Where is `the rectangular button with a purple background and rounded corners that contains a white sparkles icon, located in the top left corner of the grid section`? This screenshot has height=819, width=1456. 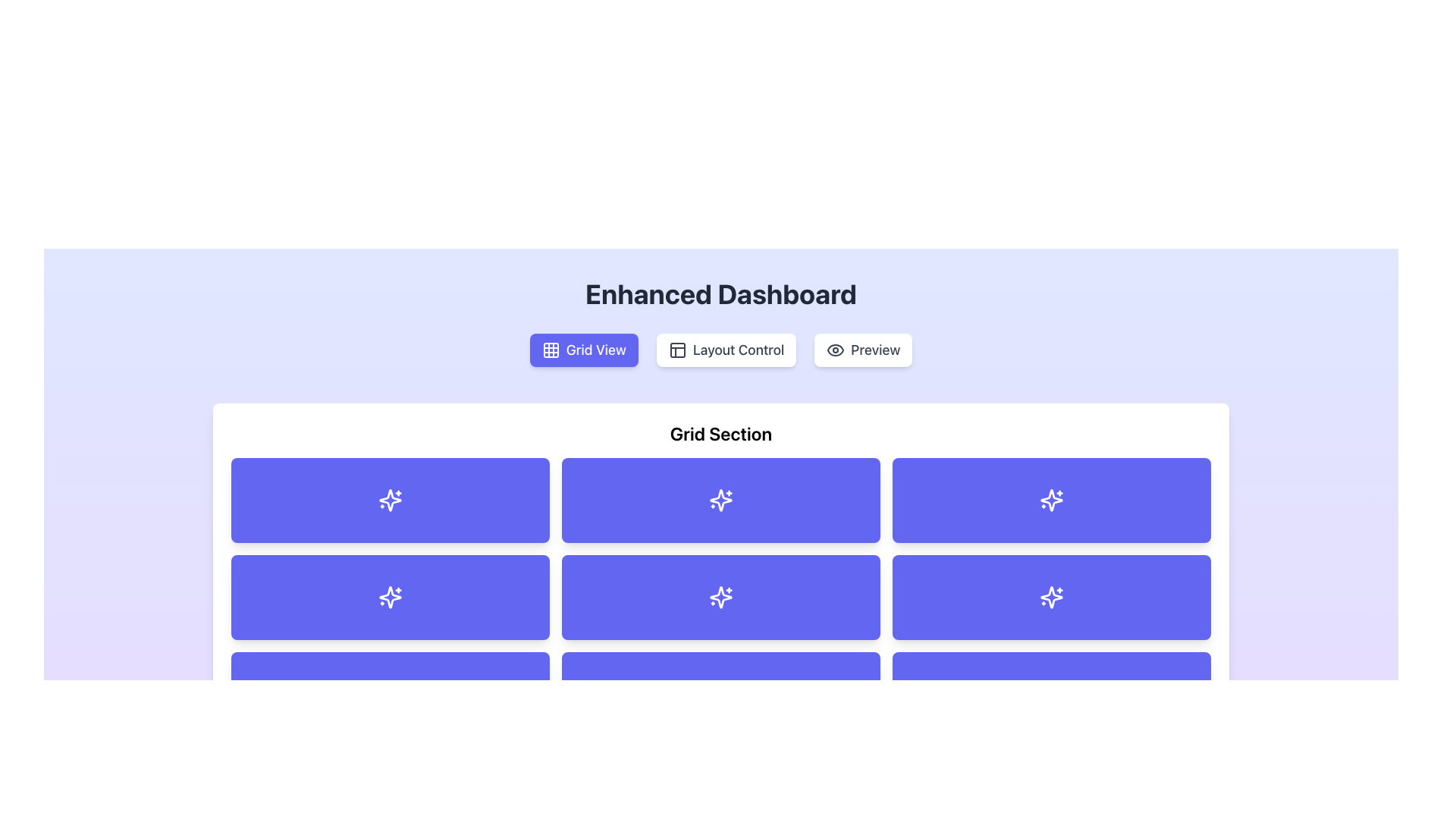
the rectangular button with a purple background and rounded corners that contains a white sparkles icon, located in the top left corner of the grid section is located at coordinates (391, 500).